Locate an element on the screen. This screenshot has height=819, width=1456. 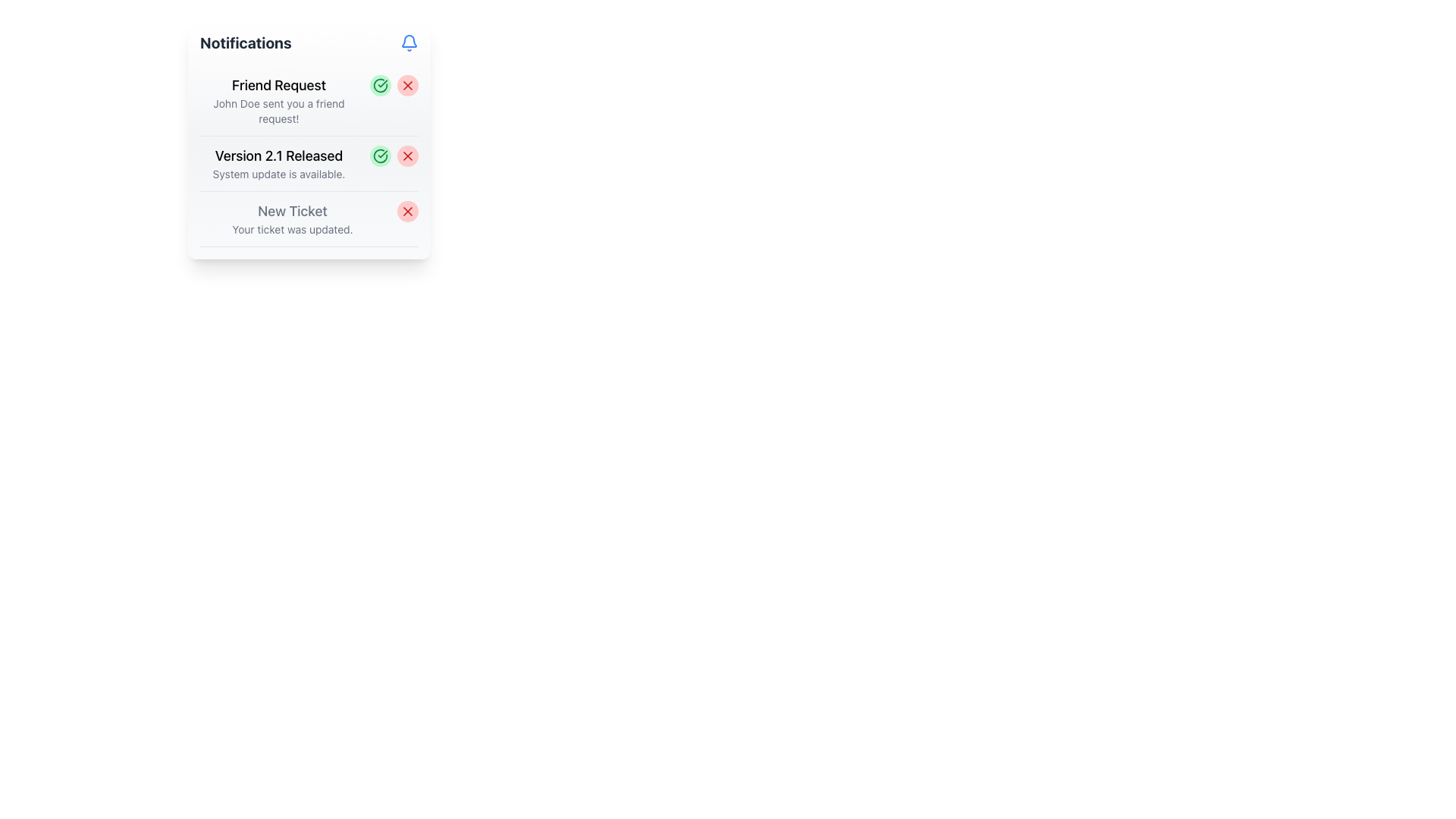
the text label that reads 'System update is available.' located beneath 'Version 2.1 Released' in the notification section of the card layout is located at coordinates (279, 174).